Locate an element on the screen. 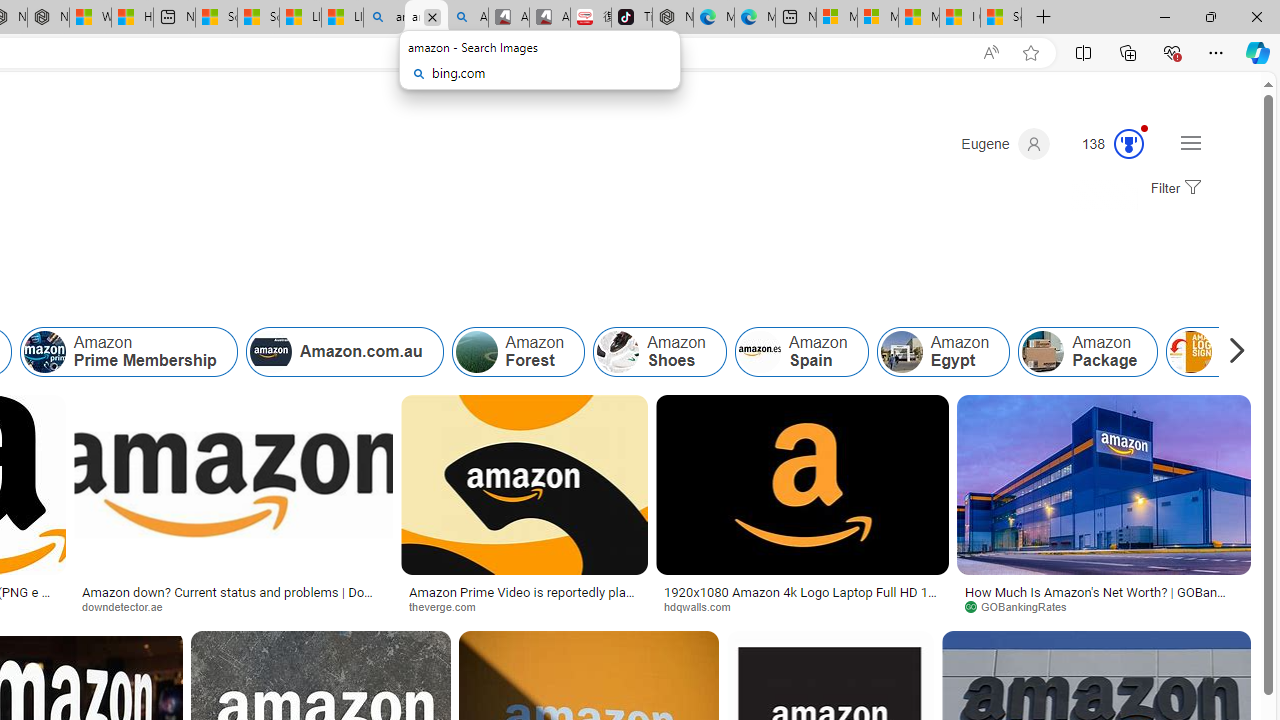  'Amazon Shoes' is located at coordinates (659, 351).